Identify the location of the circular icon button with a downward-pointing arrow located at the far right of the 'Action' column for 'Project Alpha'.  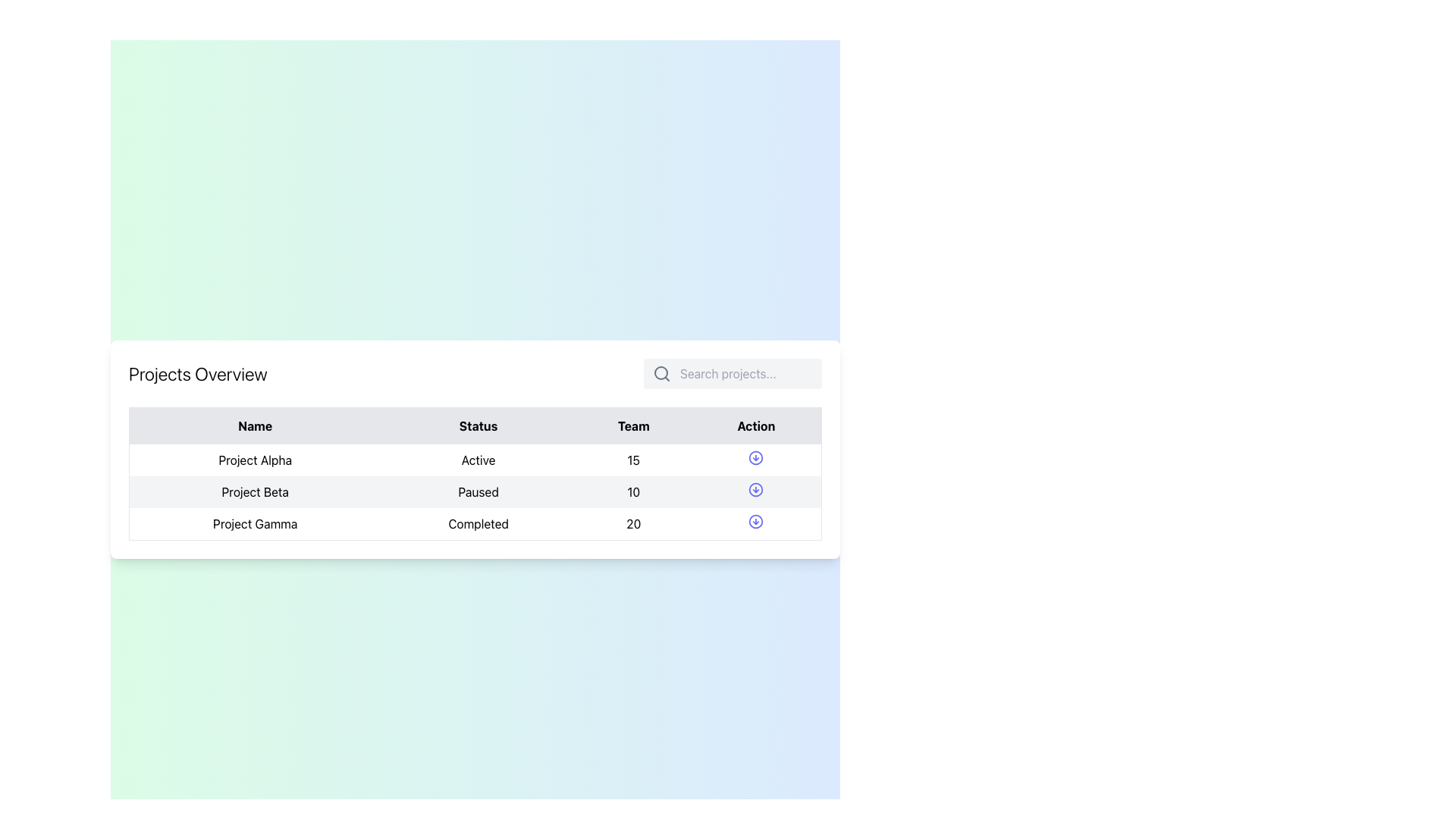
(756, 459).